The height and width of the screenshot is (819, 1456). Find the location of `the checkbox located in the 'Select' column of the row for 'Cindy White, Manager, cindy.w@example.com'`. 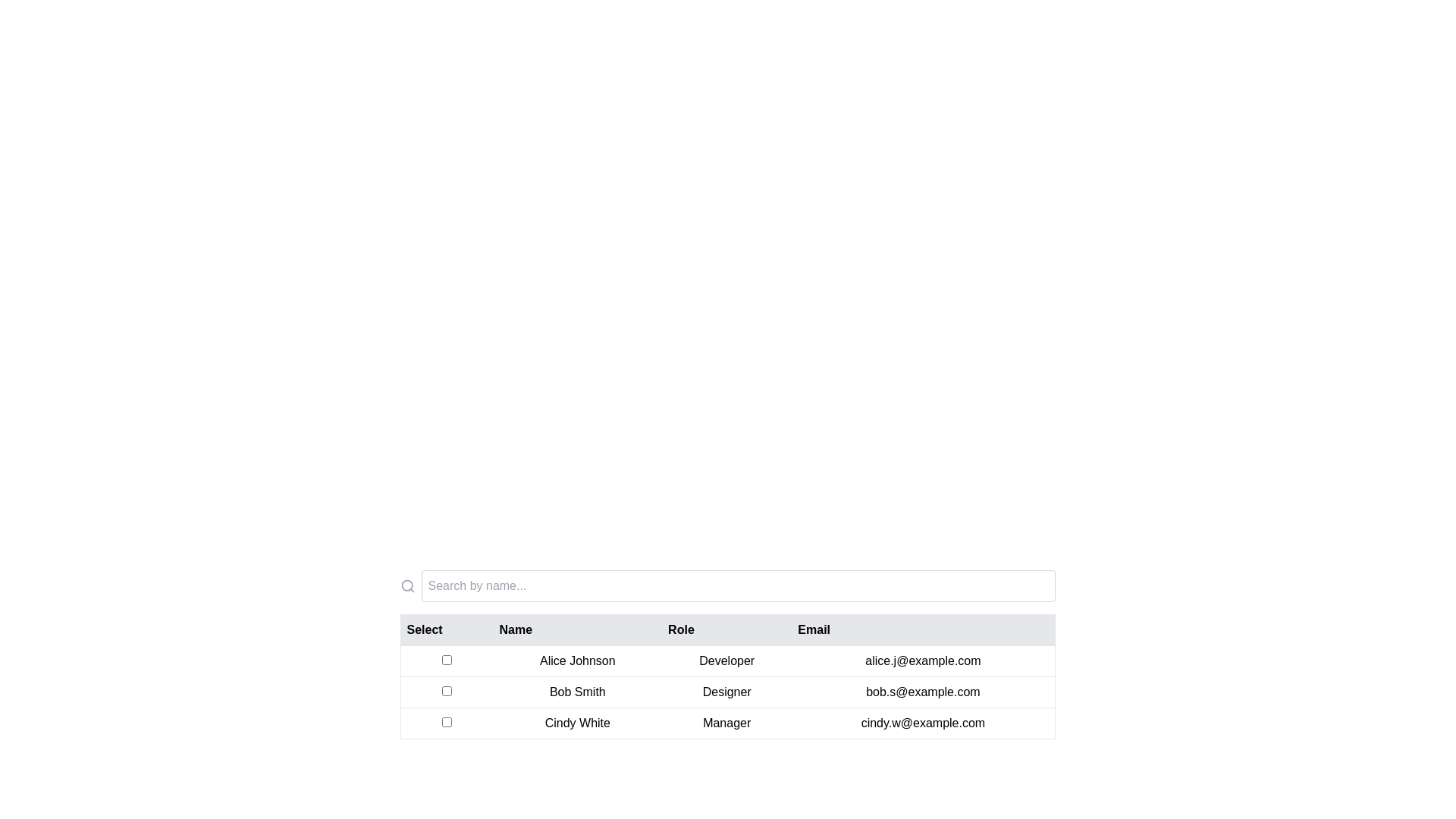

the checkbox located in the 'Select' column of the row for 'Cindy White, Manager, cindy.w@example.com' is located at coordinates (446, 722).